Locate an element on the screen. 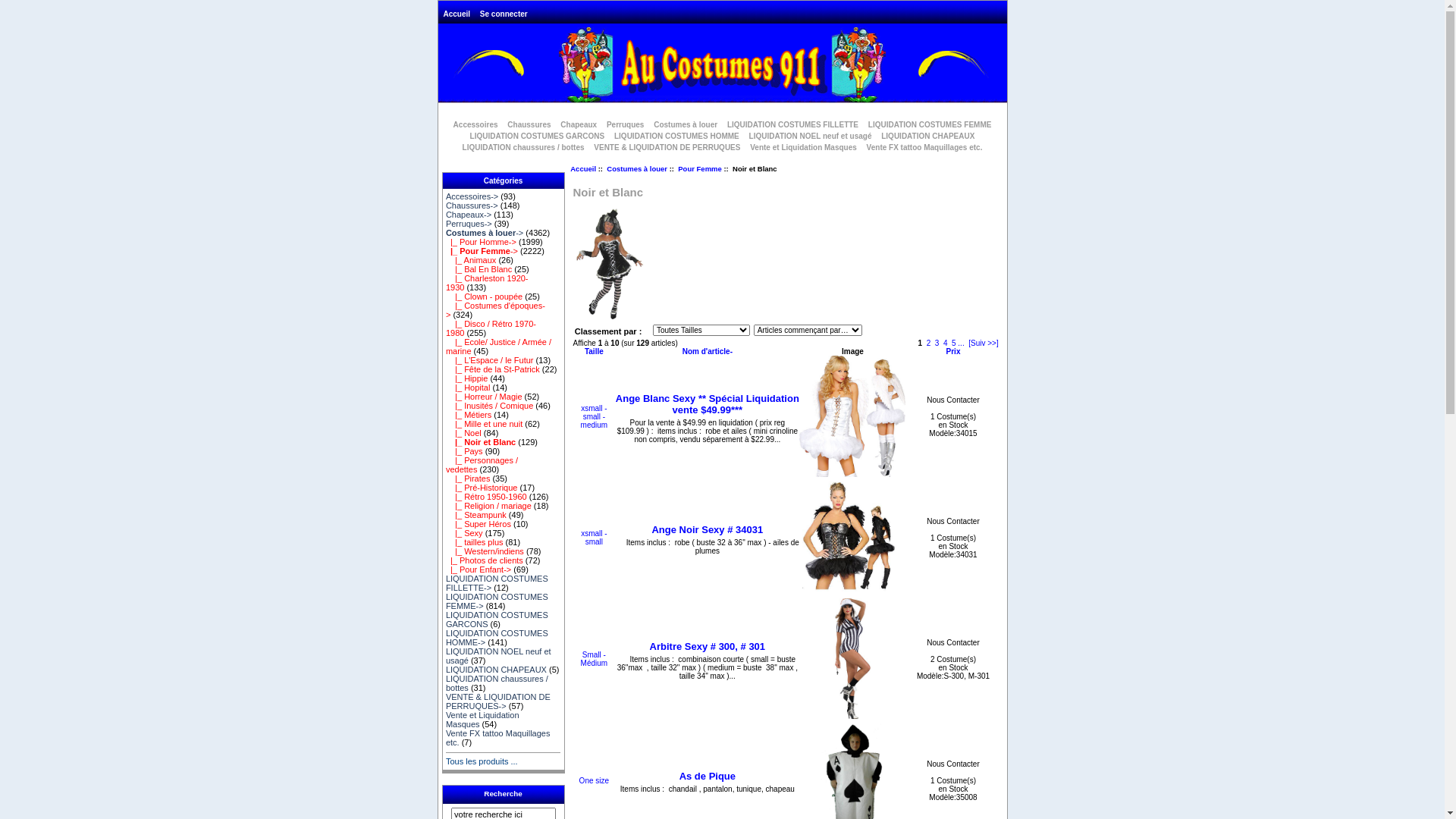  'Ange Noir Sexy # 34031' is located at coordinates (706, 529).